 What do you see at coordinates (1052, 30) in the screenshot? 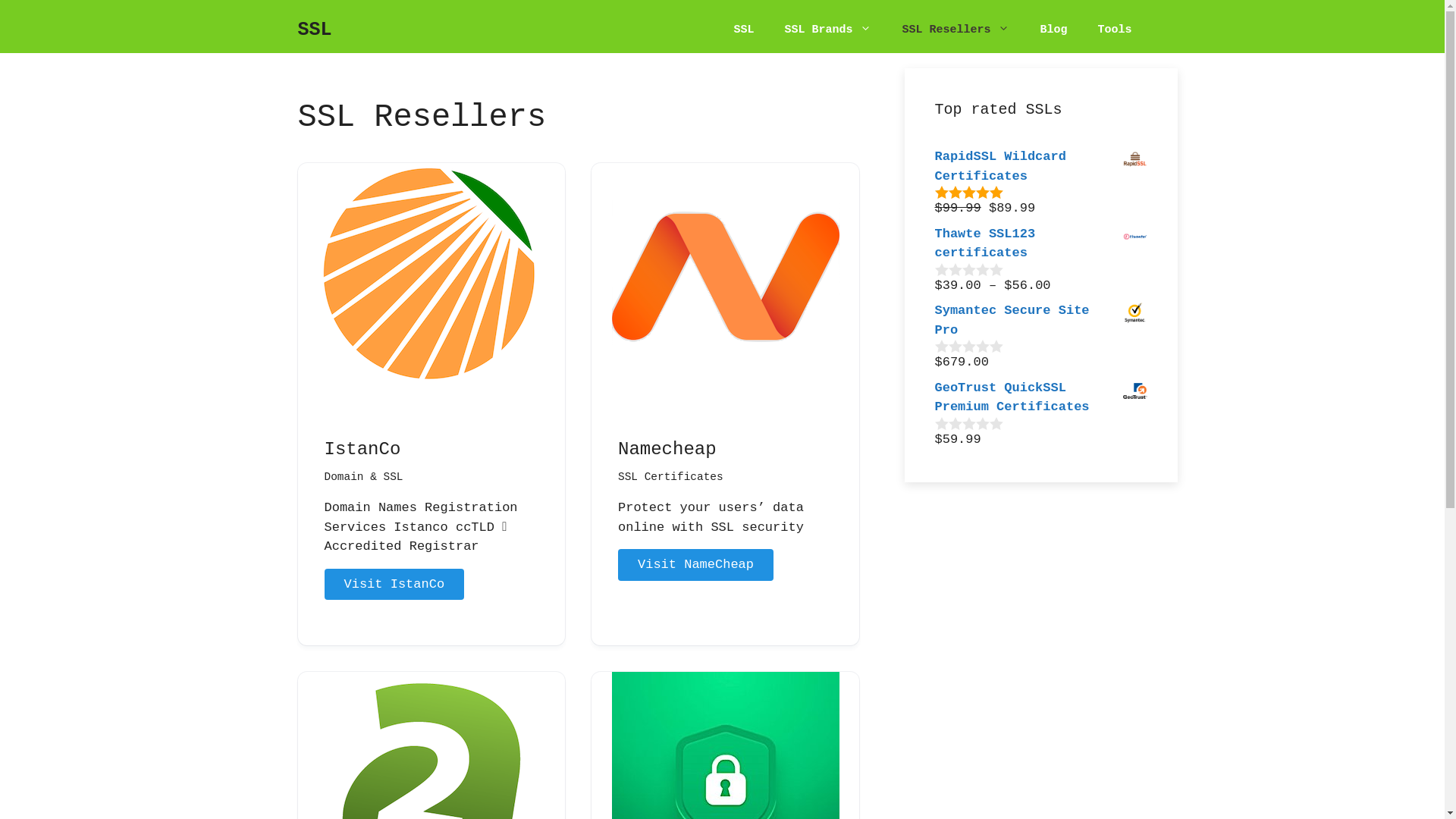
I see `'Blog'` at bounding box center [1052, 30].